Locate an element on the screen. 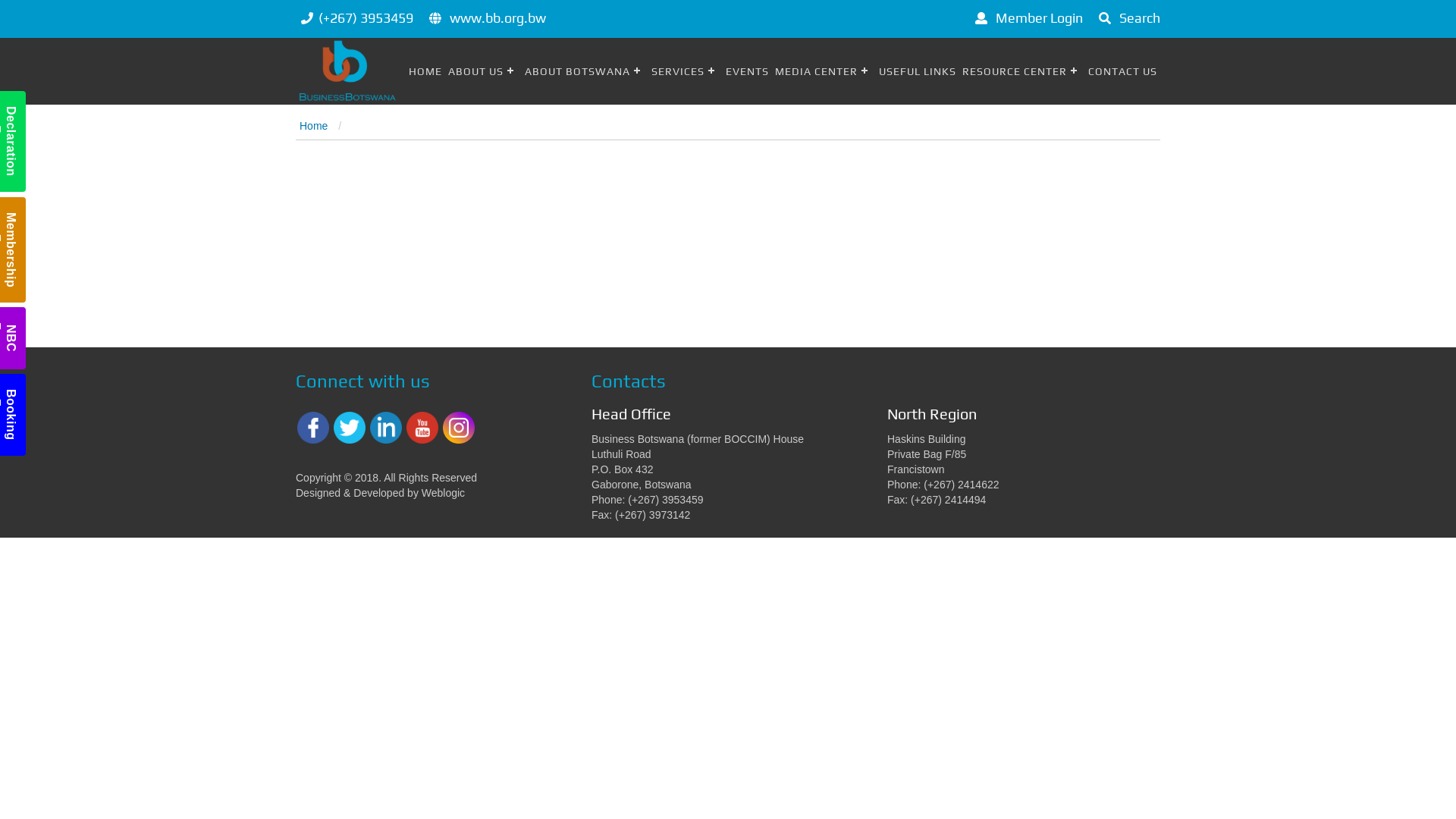 The image size is (1456, 819). 'RESOURCE CENTER' is located at coordinates (959, 71).